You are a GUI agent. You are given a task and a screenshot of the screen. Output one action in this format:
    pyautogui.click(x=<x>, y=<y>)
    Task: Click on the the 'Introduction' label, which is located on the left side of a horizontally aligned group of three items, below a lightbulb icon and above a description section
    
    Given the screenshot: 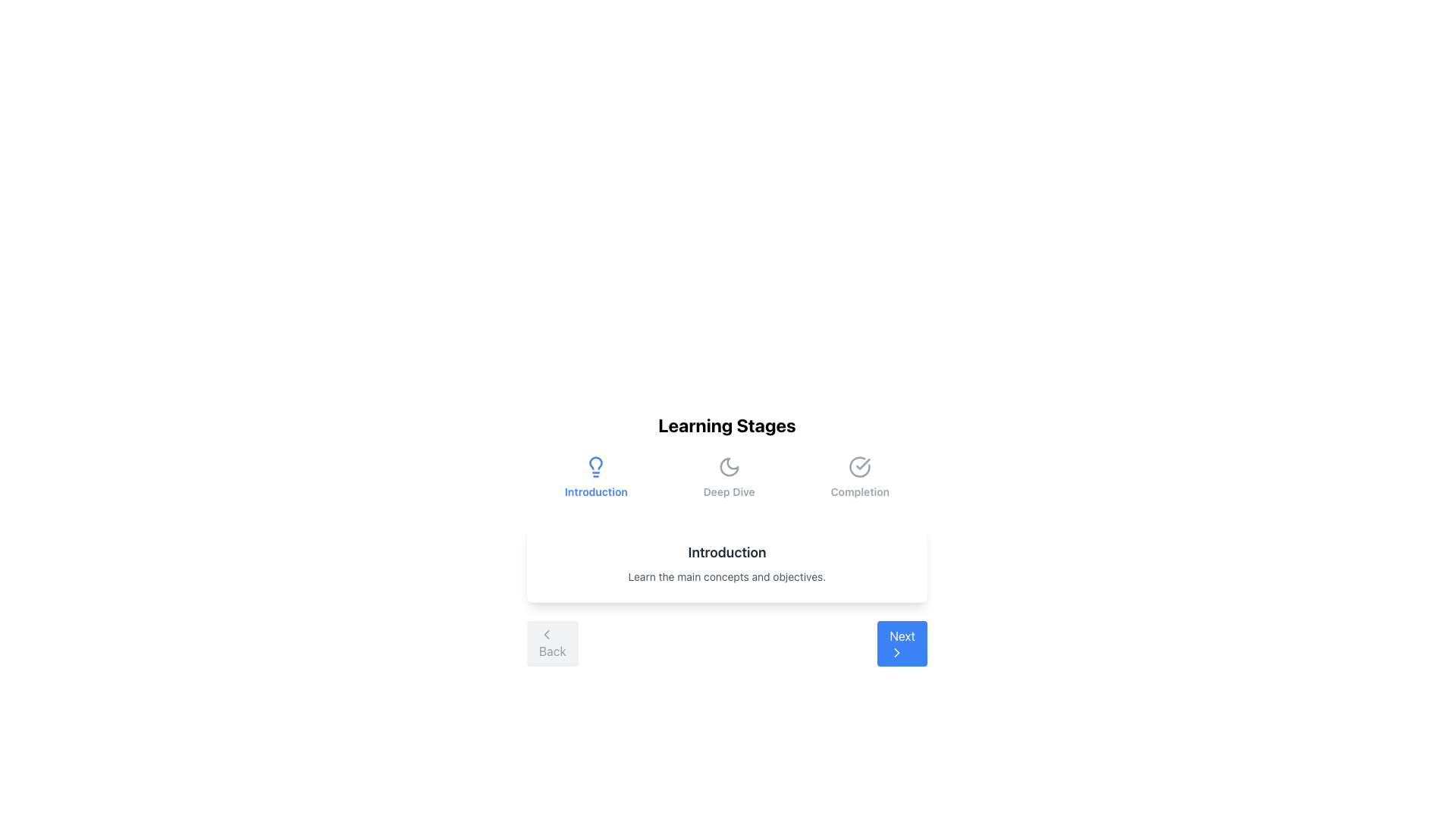 What is the action you would take?
    pyautogui.click(x=595, y=491)
    